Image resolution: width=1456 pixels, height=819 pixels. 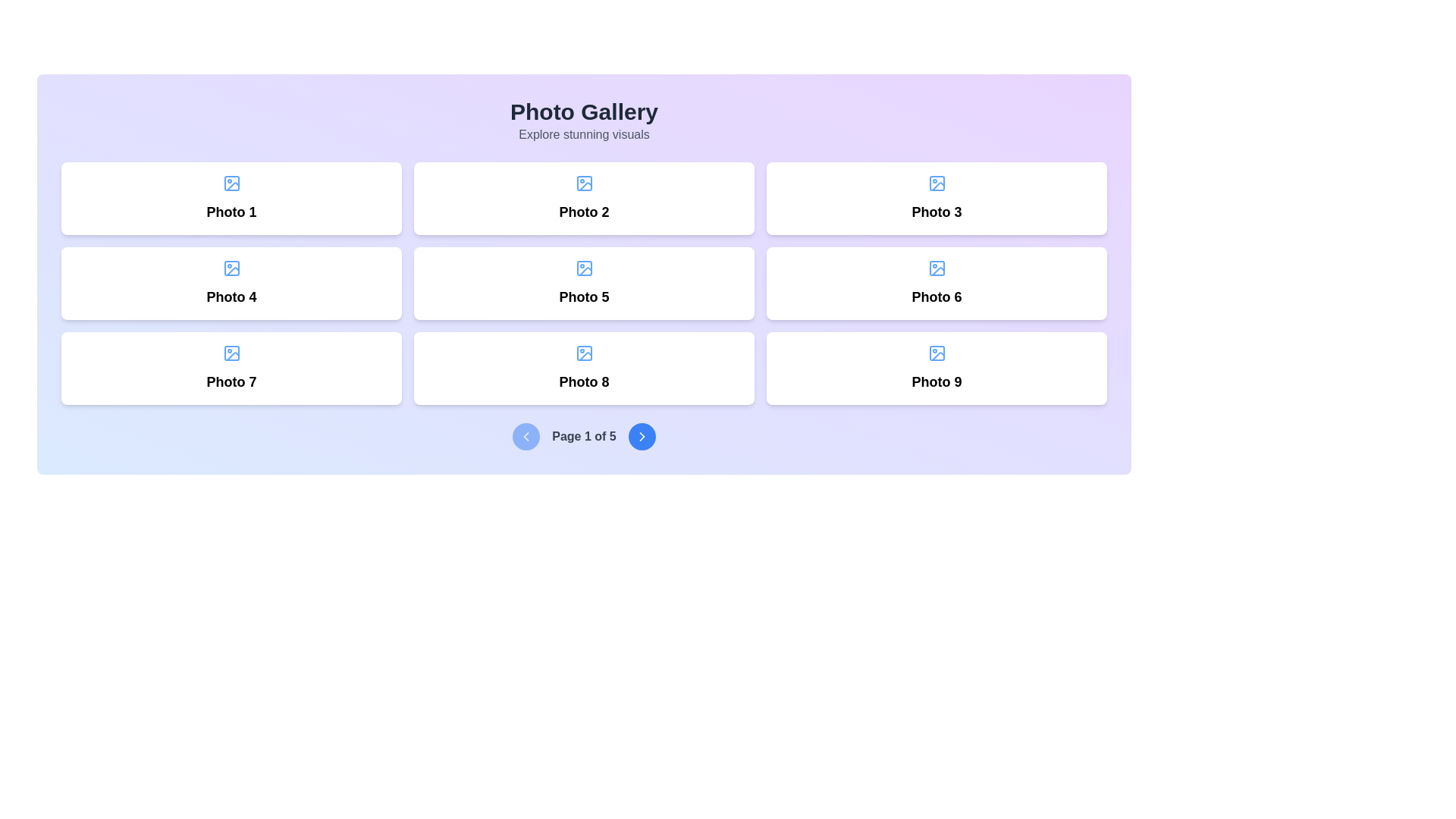 What do you see at coordinates (231, 198) in the screenshot?
I see `the interactive card titled 'Photo 1' in the top-left position of the 'Photo Gallery' grid` at bounding box center [231, 198].